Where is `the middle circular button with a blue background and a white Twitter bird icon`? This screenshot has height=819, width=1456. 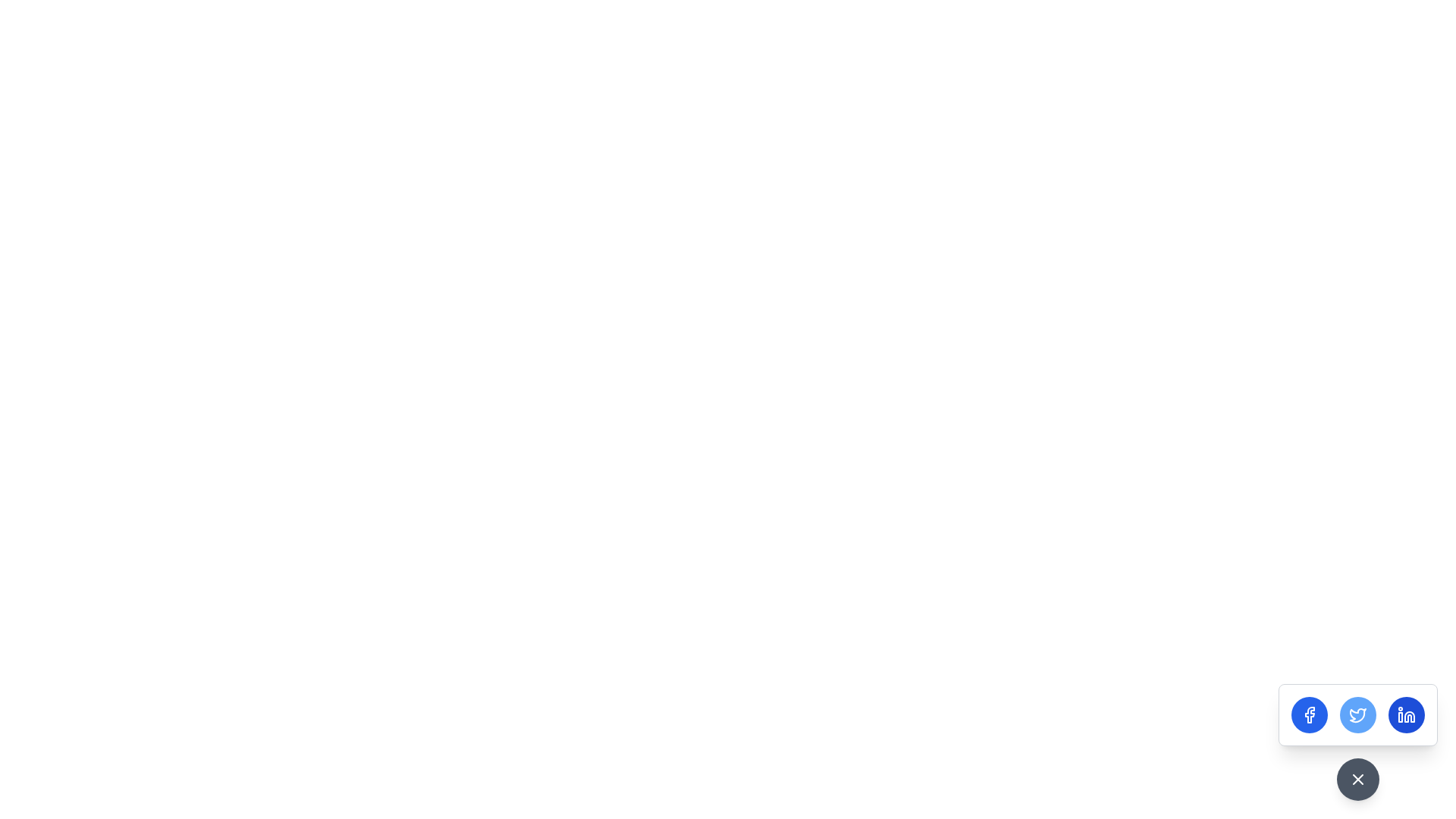 the middle circular button with a blue background and a white Twitter bird icon is located at coordinates (1357, 714).